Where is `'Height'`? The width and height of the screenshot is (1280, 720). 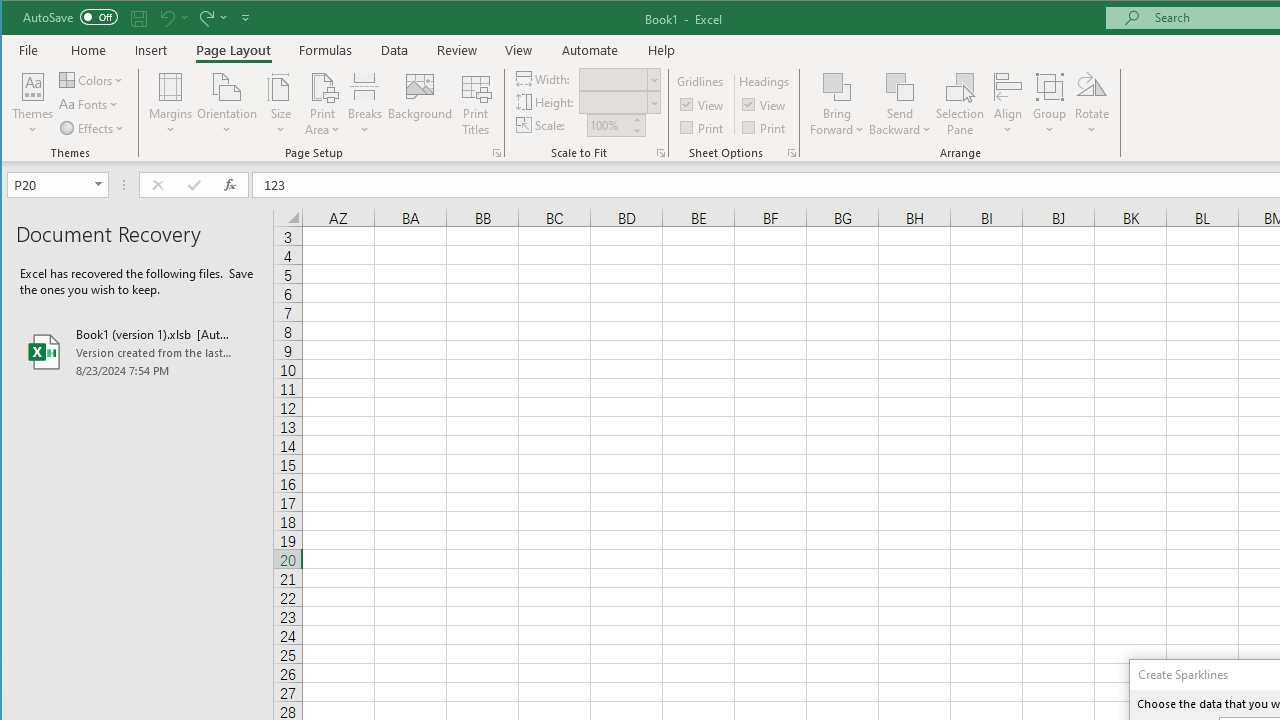 'Height' is located at coordinates (612, 102).